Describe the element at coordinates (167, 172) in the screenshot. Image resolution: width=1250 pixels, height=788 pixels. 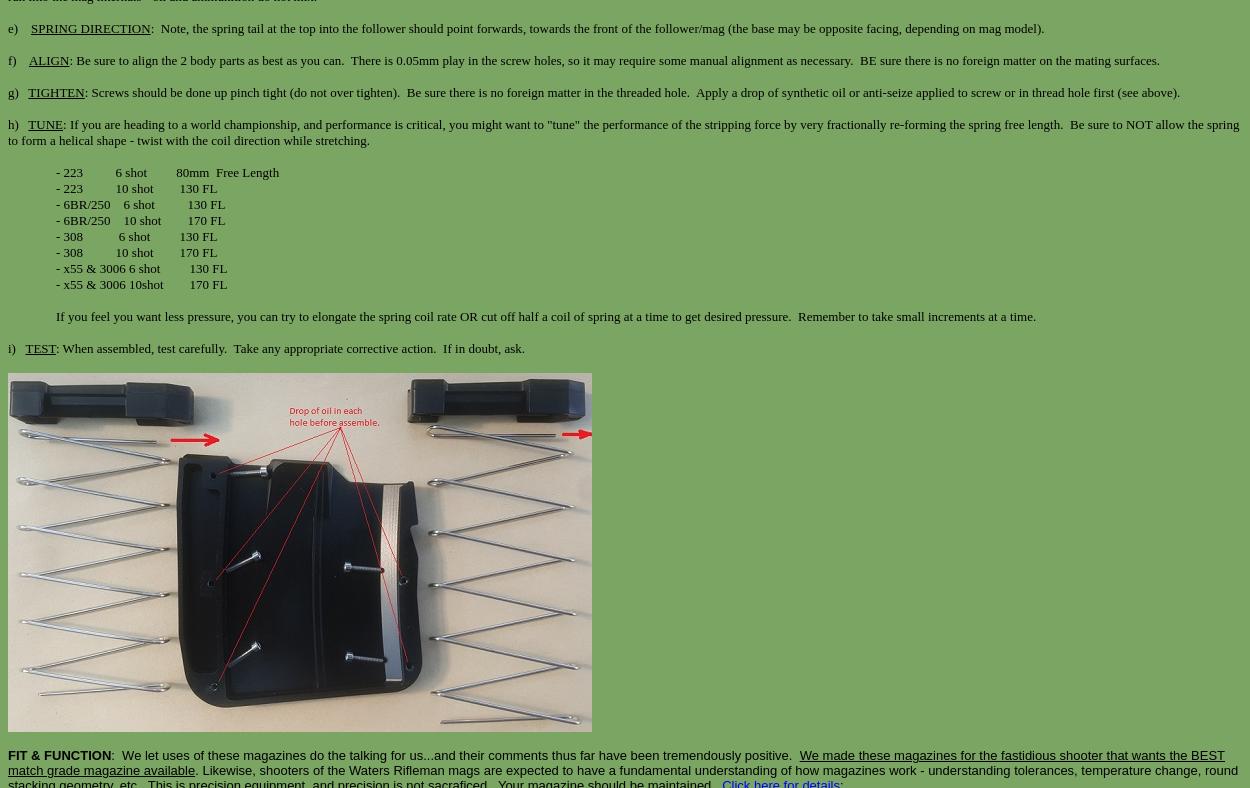
I see `'- 223          6 
shot         80mm  Free Length'` at that location.